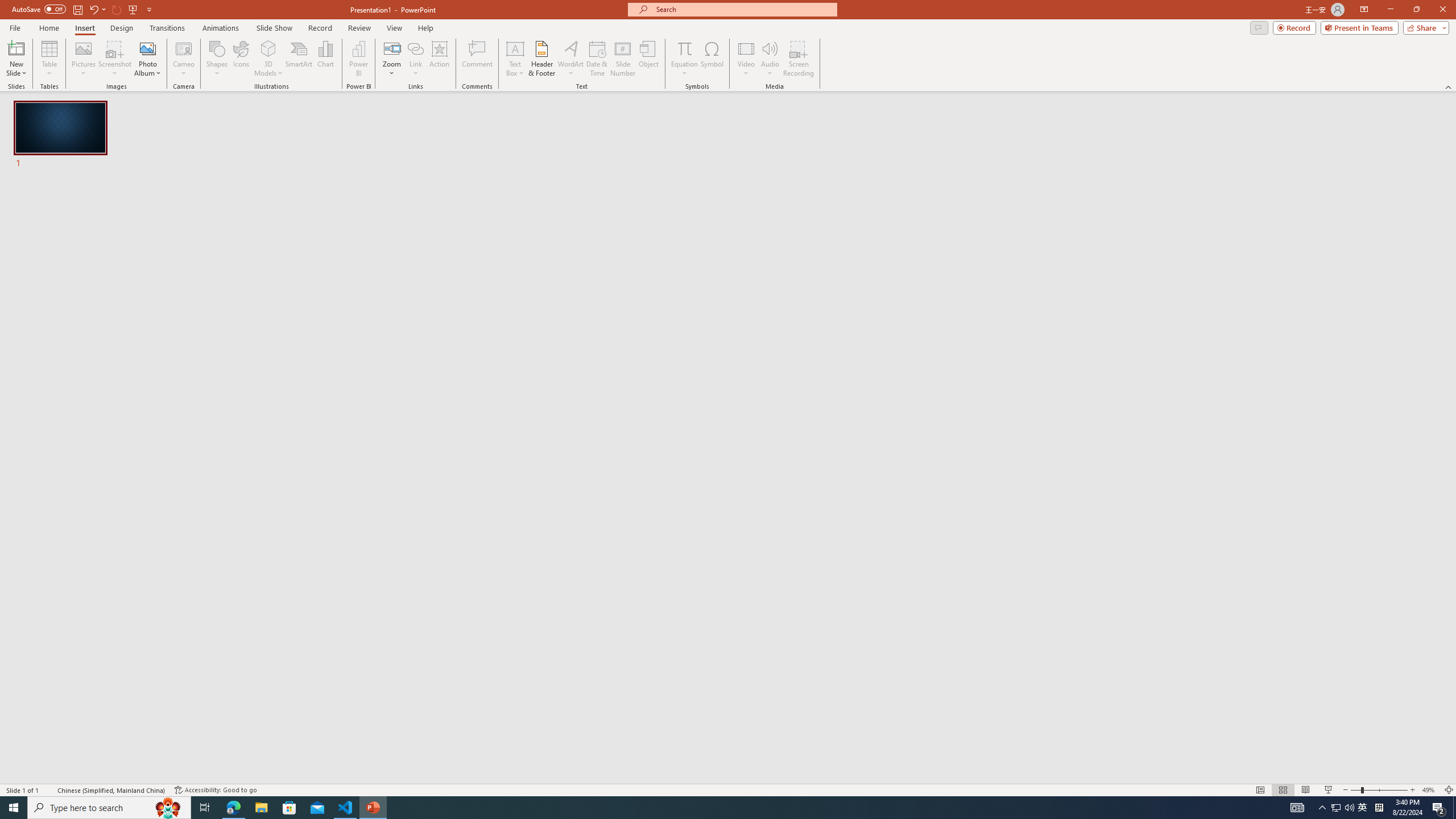 This screenshot has width=1456, height=819. What do you see at coordinates (415, 48) in the screenshot?
I see `'Link'` at bounding box center [415, 48].